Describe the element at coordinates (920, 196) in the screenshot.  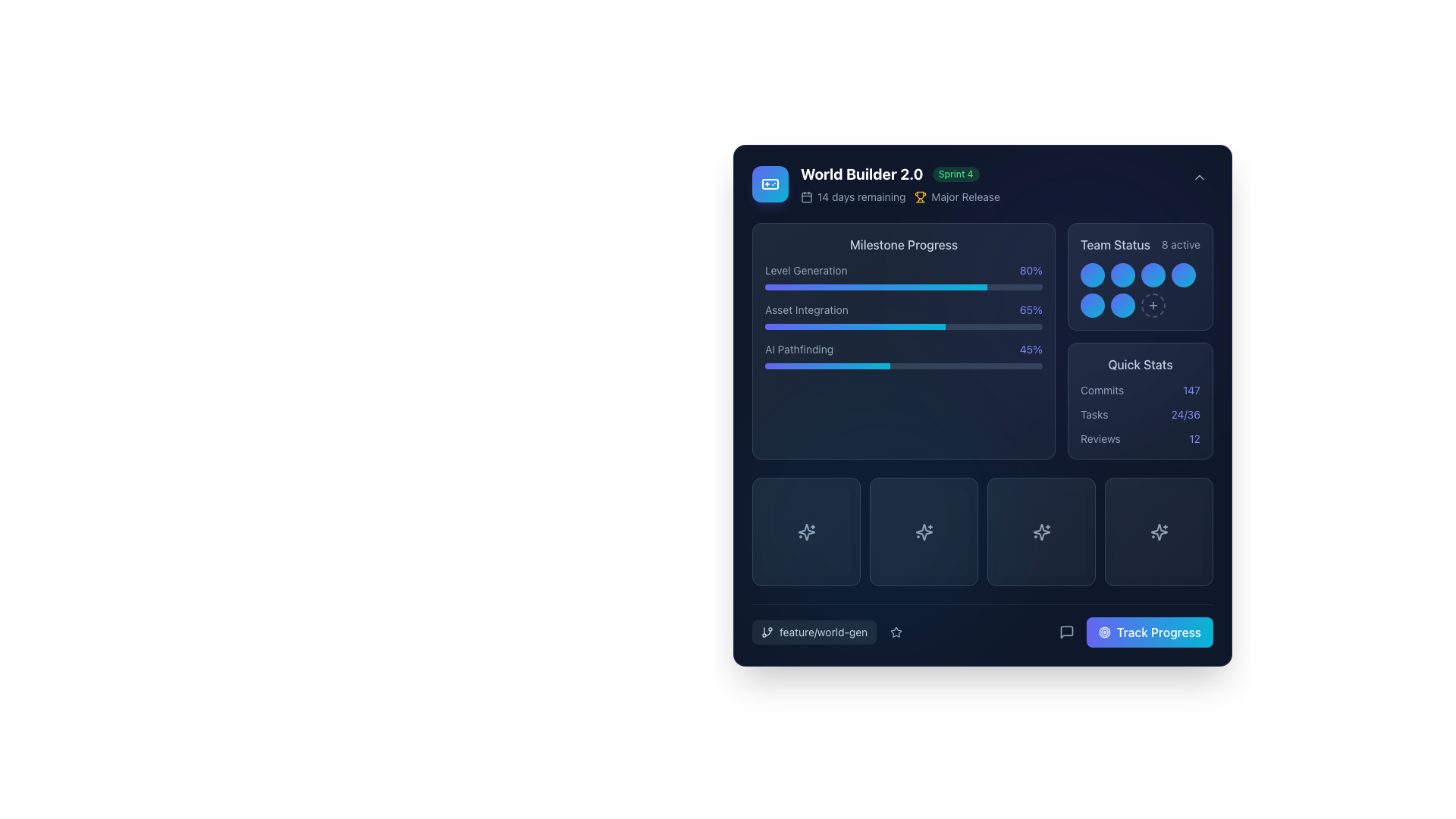
I see `properties of the trophy icon styled with a yellow fill, located next to the text 'Major Release', which is positioned at the top-right section of the main content card` at that location.